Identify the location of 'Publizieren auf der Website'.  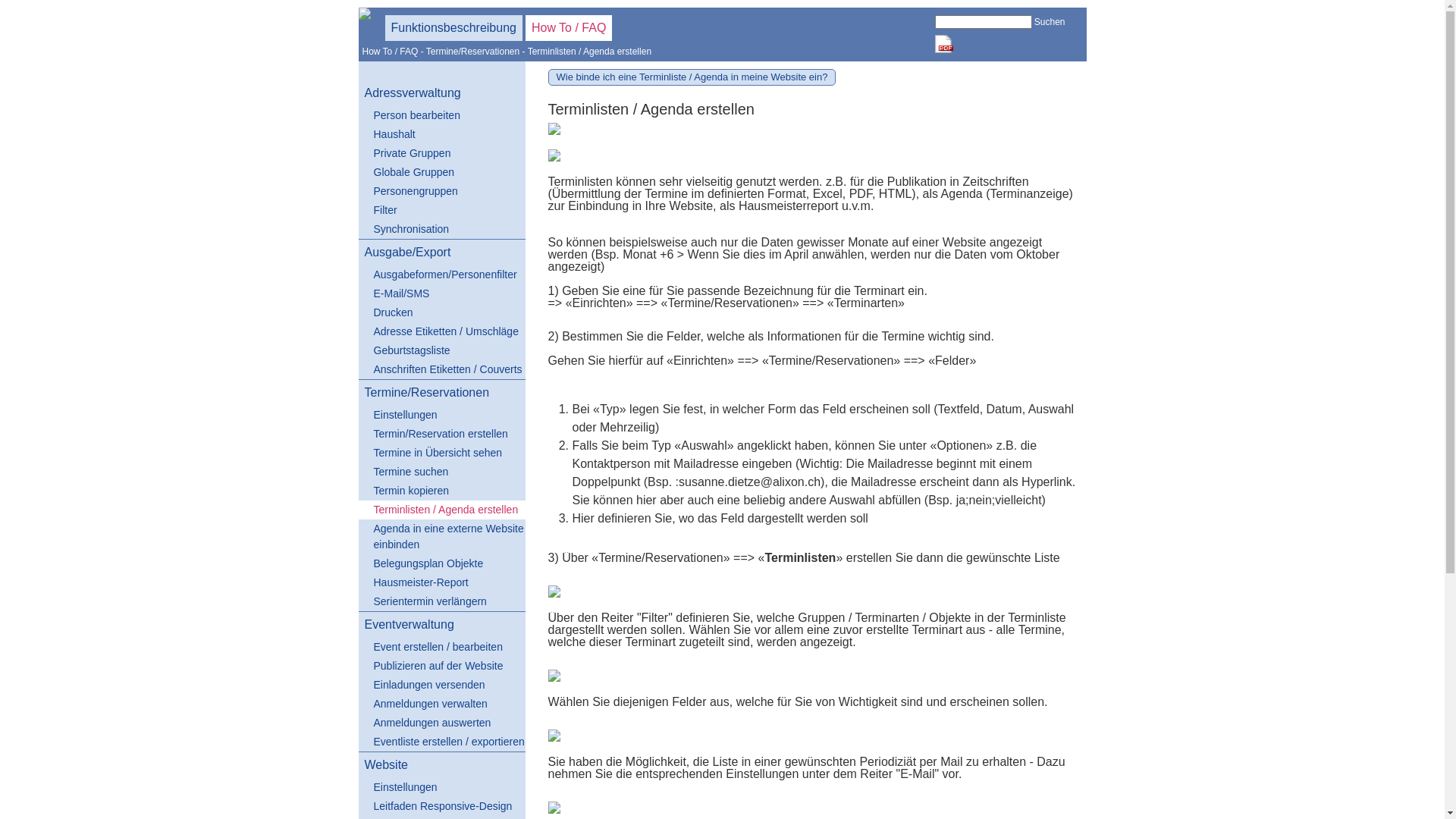
(440, 665).